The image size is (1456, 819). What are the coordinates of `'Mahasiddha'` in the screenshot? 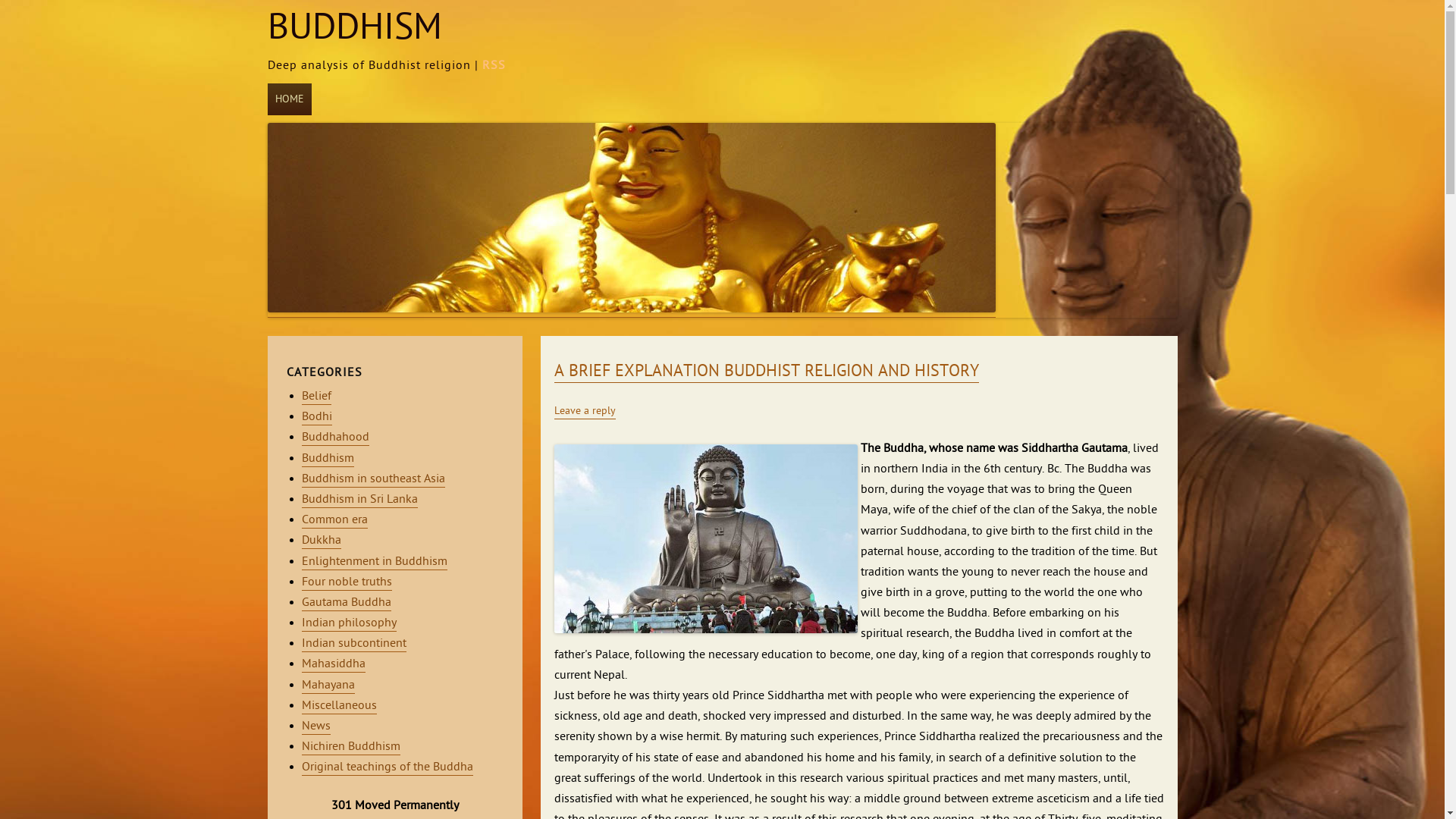 It's located at (302, 664).